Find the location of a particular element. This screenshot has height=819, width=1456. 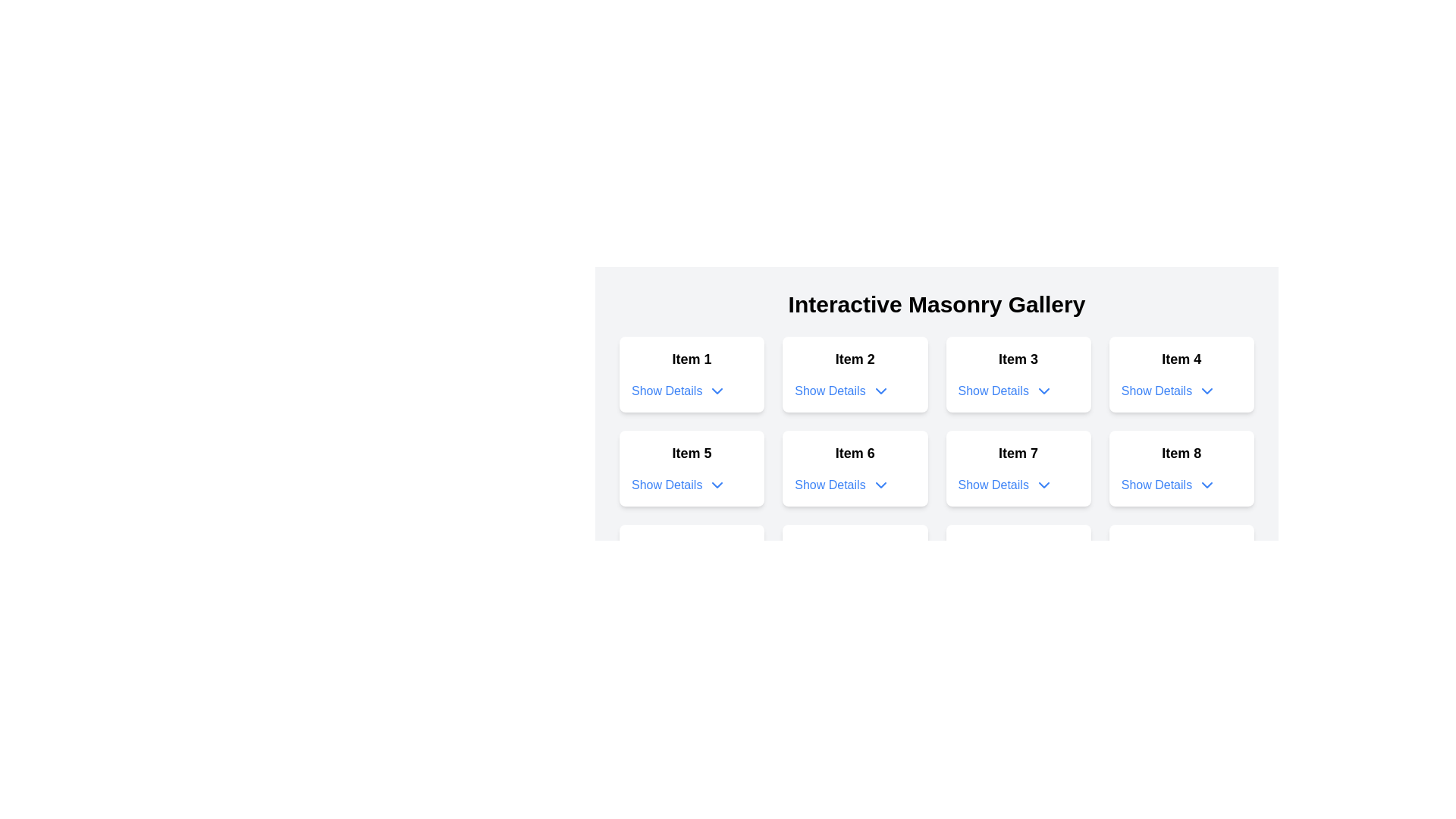

the static text label displaying 'Item 8', which is prominently styled in bold and larger font within the eighth panel of the 'Interactive Masonry Gallery' is located at coordinates (1181, 452).